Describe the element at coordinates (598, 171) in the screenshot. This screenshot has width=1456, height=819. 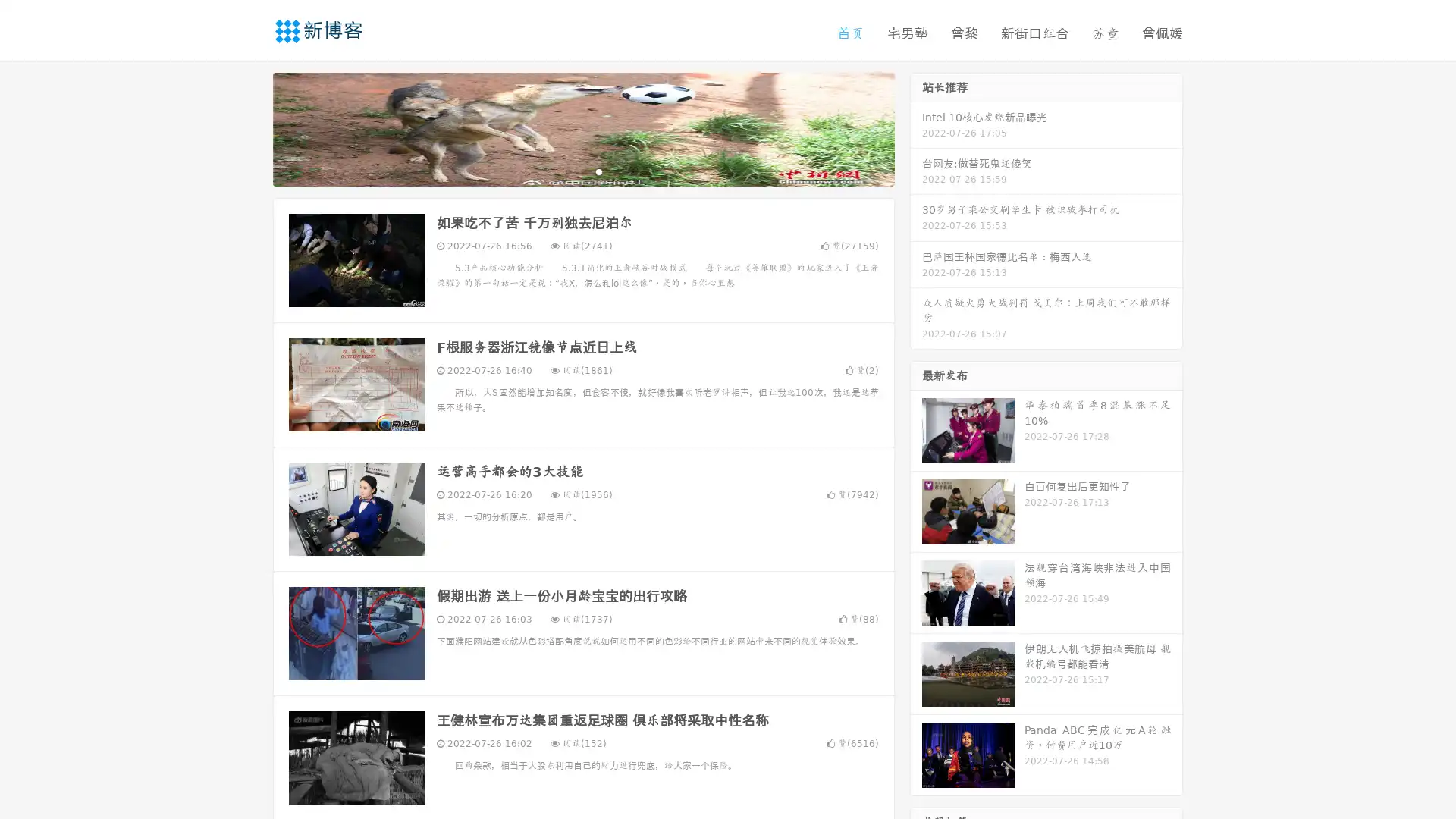
I see `Go to slide 3` at that location.